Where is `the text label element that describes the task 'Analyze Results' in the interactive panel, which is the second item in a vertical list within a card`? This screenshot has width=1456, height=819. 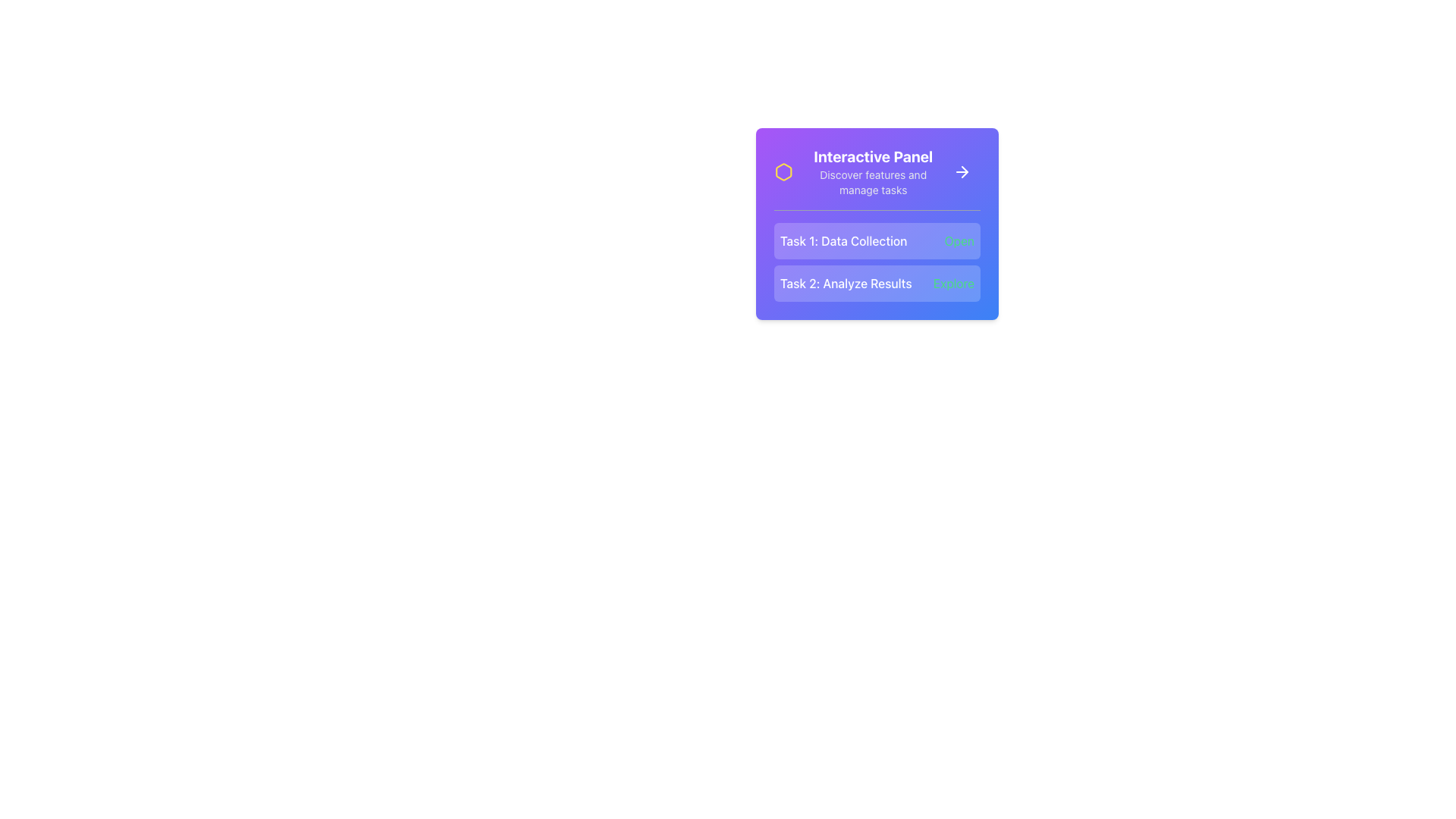 the text label element that describes the task 'Analyze Results' in the interactive panel, which is the second item in a vertical list within a card is located at coordinates (845, 284).